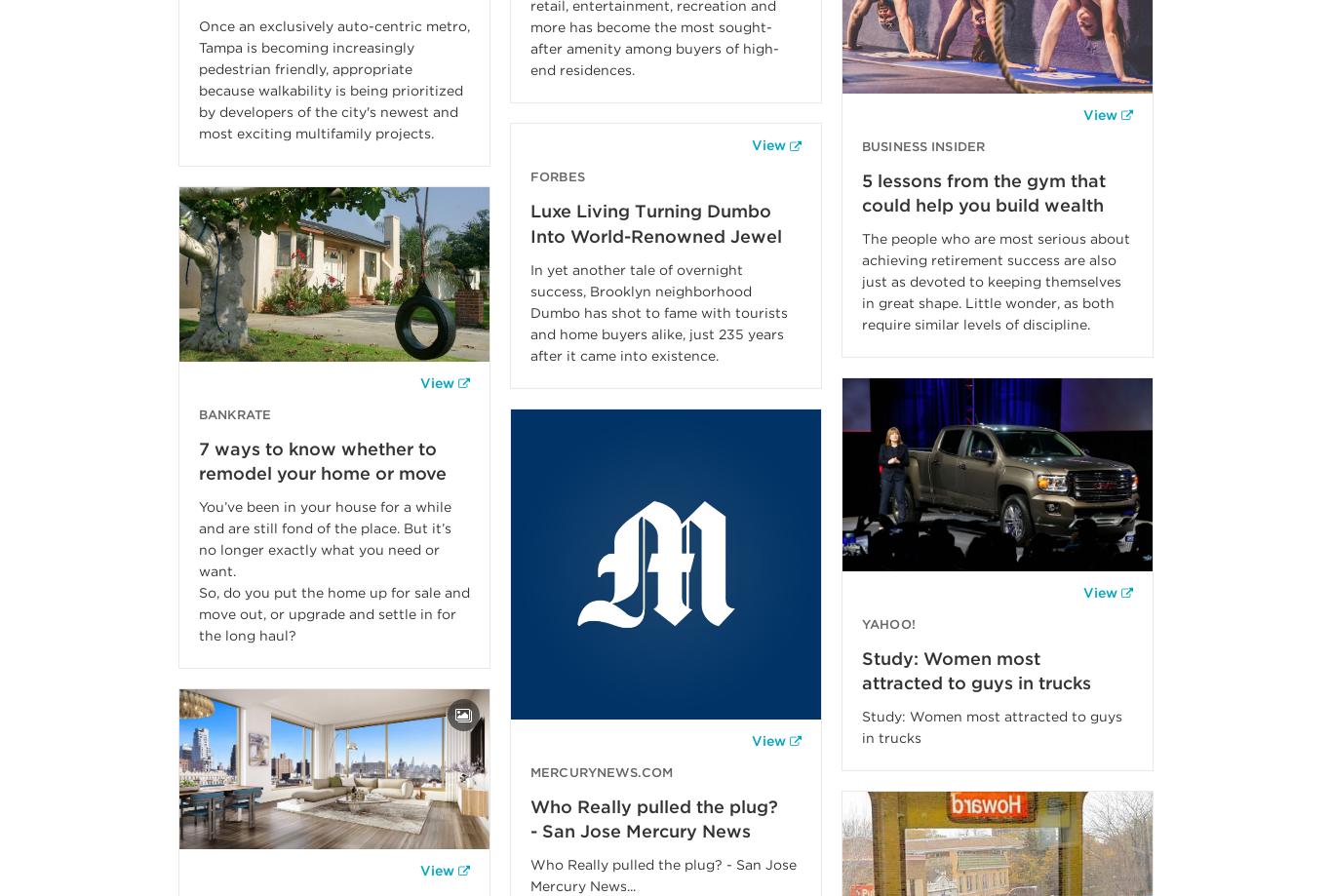 The width and height of the screenshot is (1332, 896). I want to click on 'Business Insider', so click(923, 144).